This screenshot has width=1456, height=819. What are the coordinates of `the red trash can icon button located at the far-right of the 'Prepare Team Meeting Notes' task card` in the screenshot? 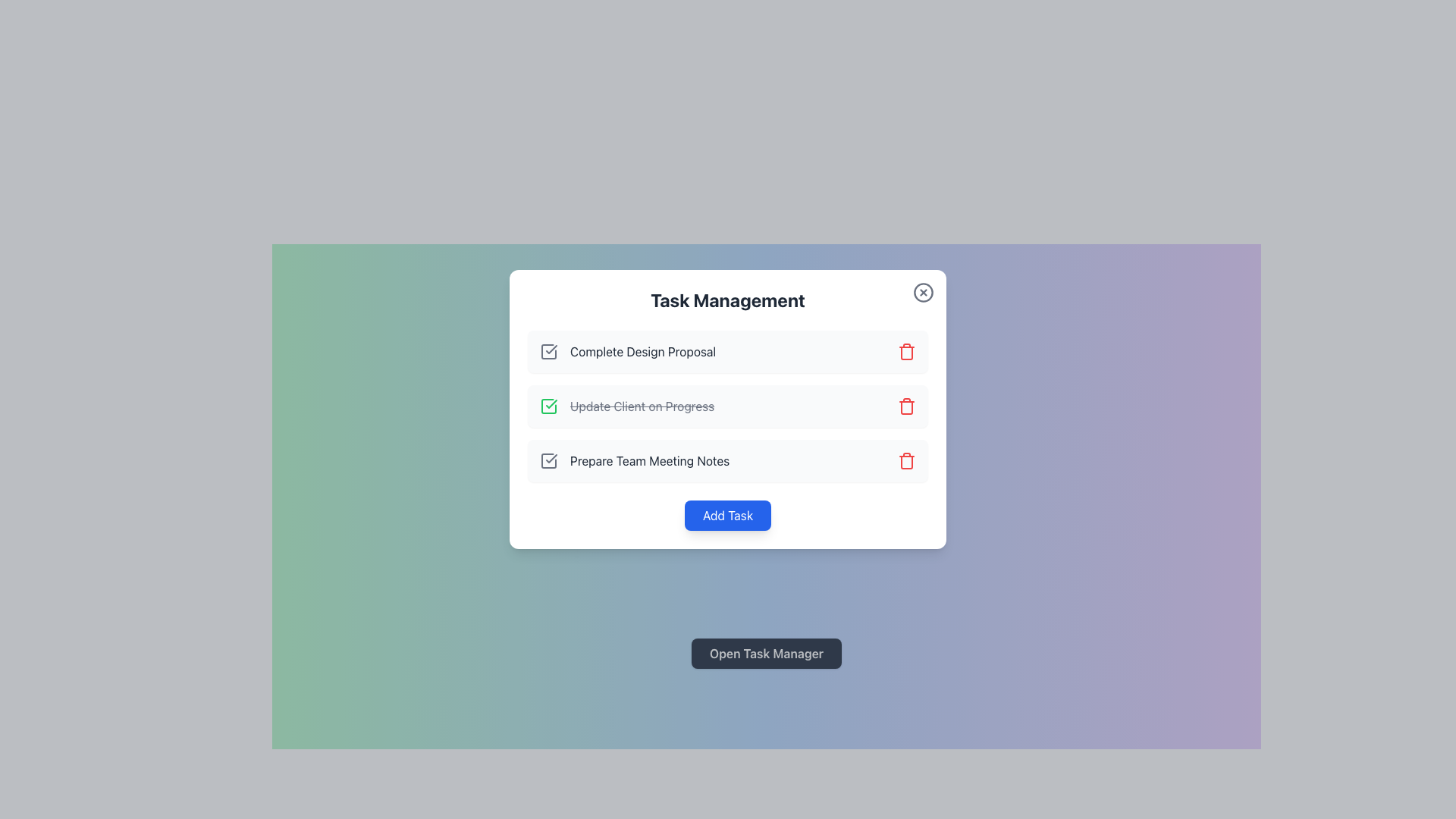 It's located at (906, 460).